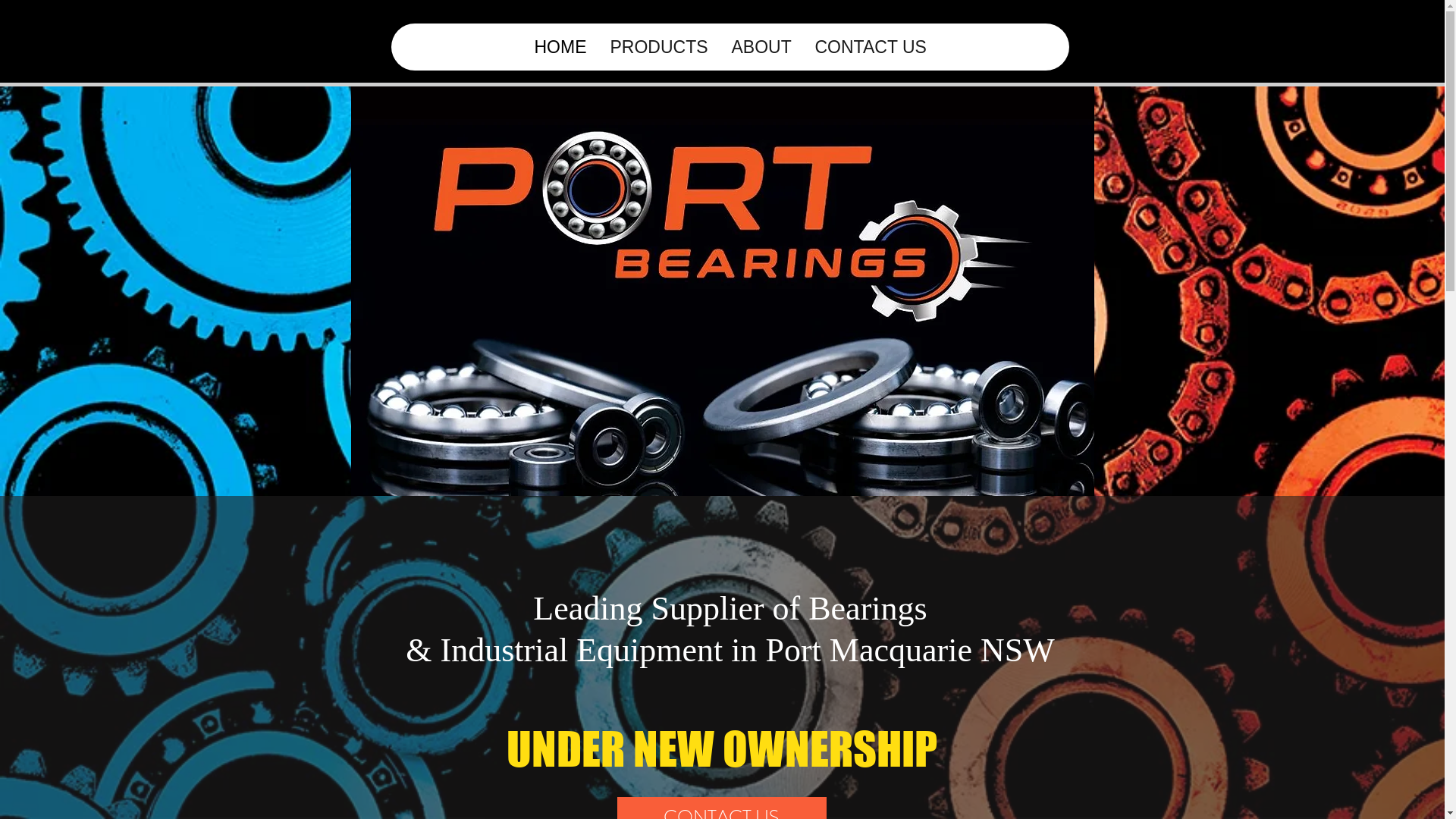  I want to click on 'PRODUCTS', so click(658, 45).